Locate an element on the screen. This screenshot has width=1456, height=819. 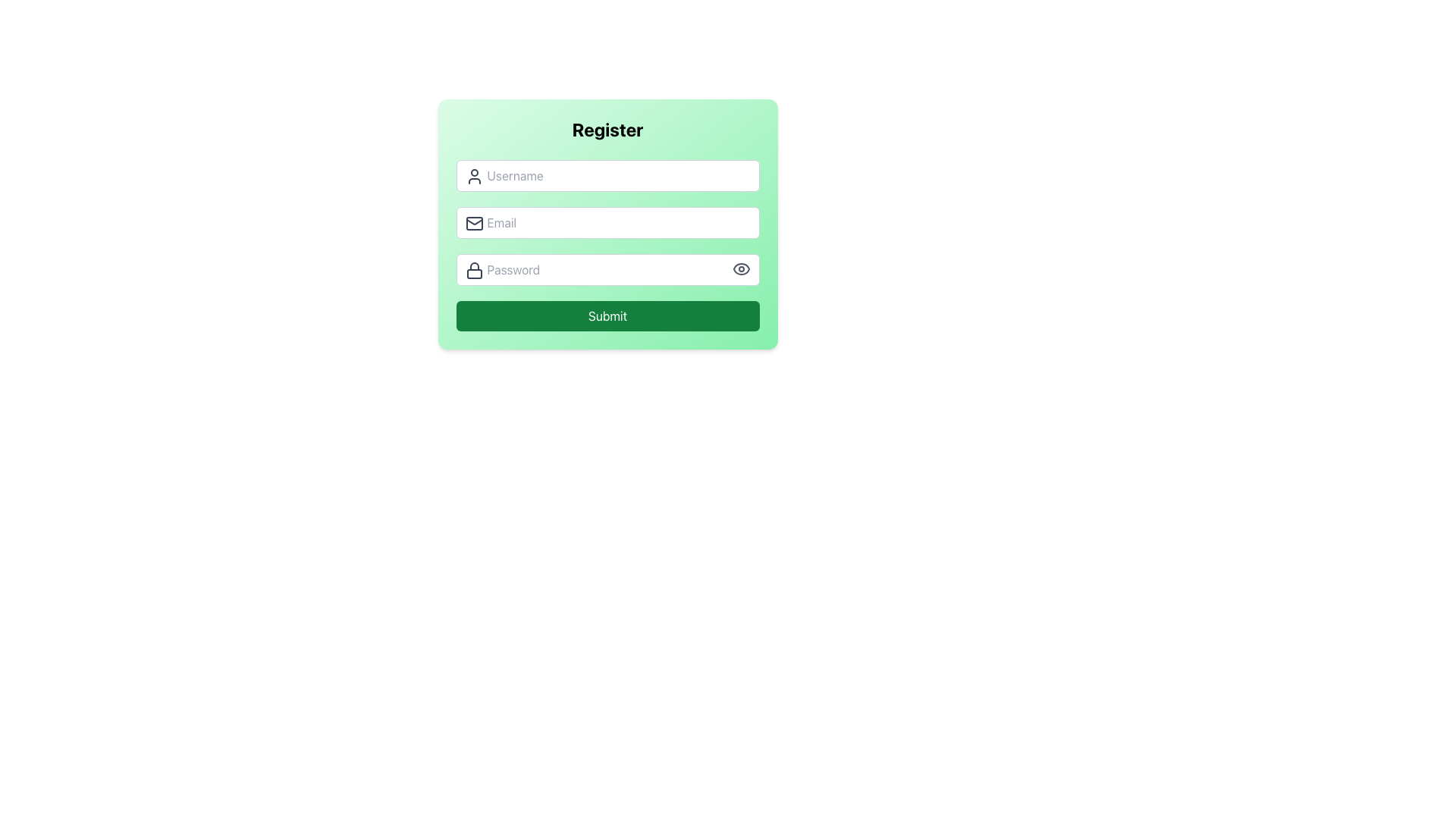
the eye icon at the right end of the password input field is located at coordinates (741, 268).